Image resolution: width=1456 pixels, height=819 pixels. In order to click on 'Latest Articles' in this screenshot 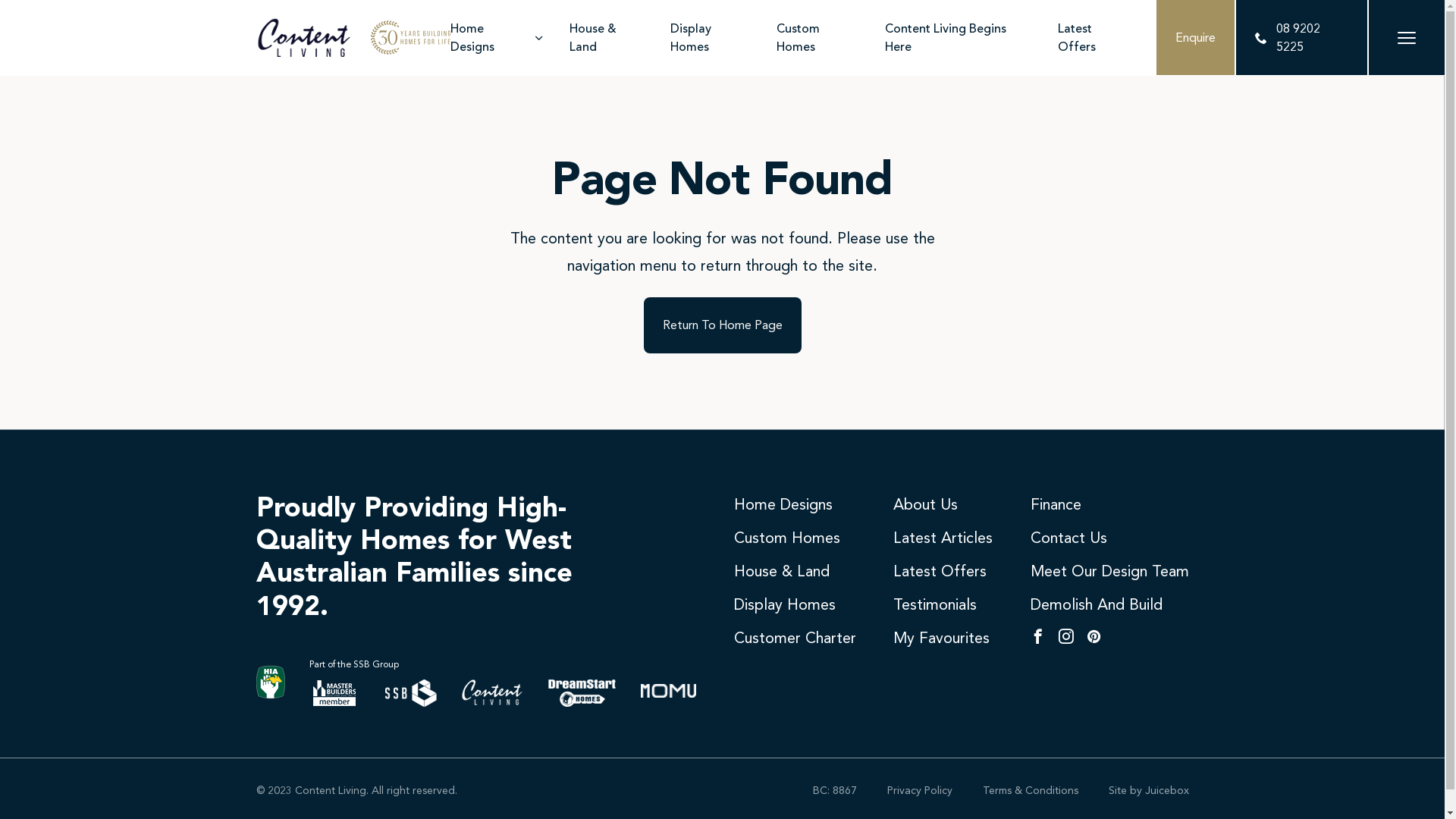, I will do `click(942, 537)`.